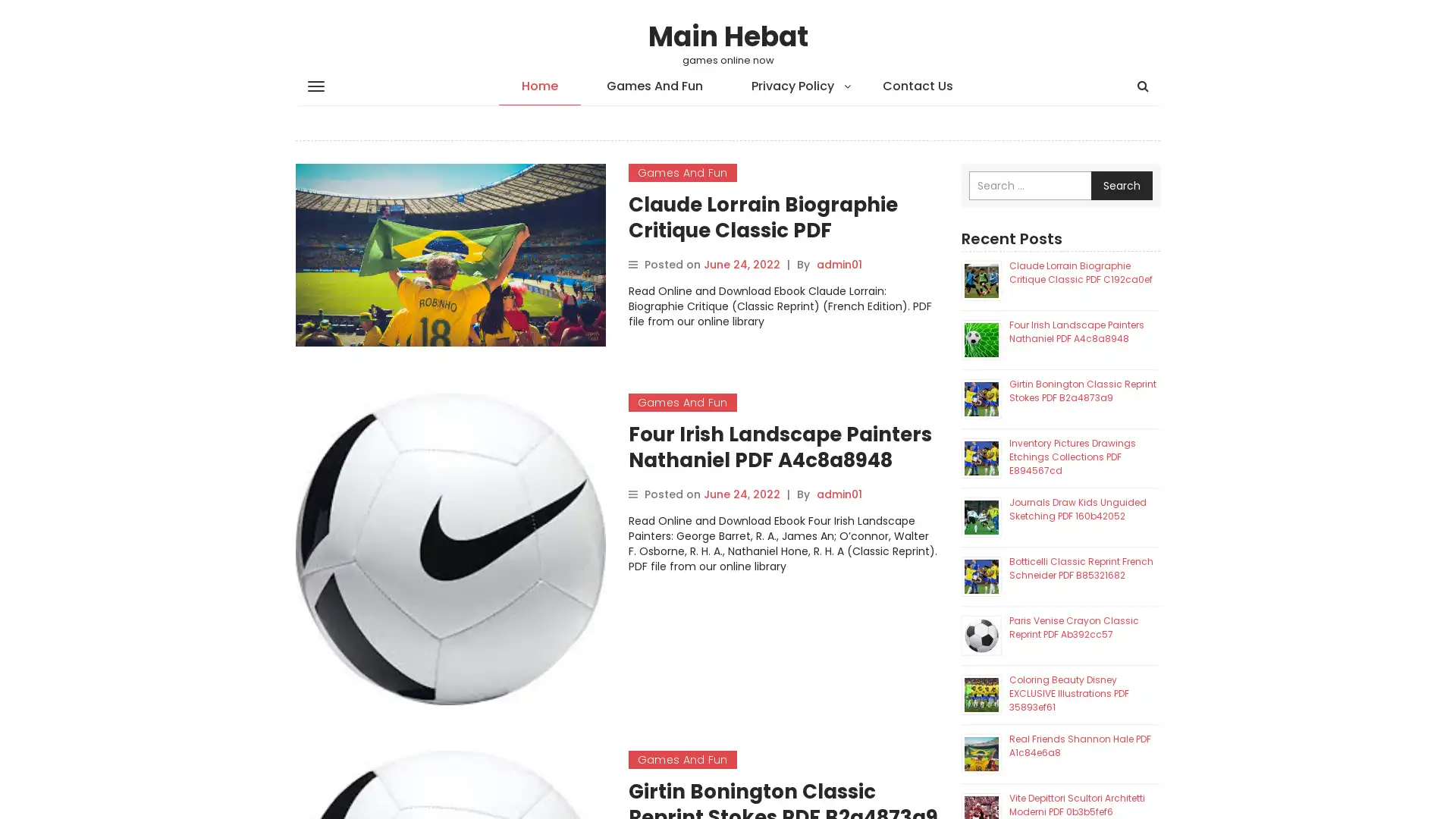  Describe the element at coordinates (1122, 185) in the screenshot. I see `Search` at that location.